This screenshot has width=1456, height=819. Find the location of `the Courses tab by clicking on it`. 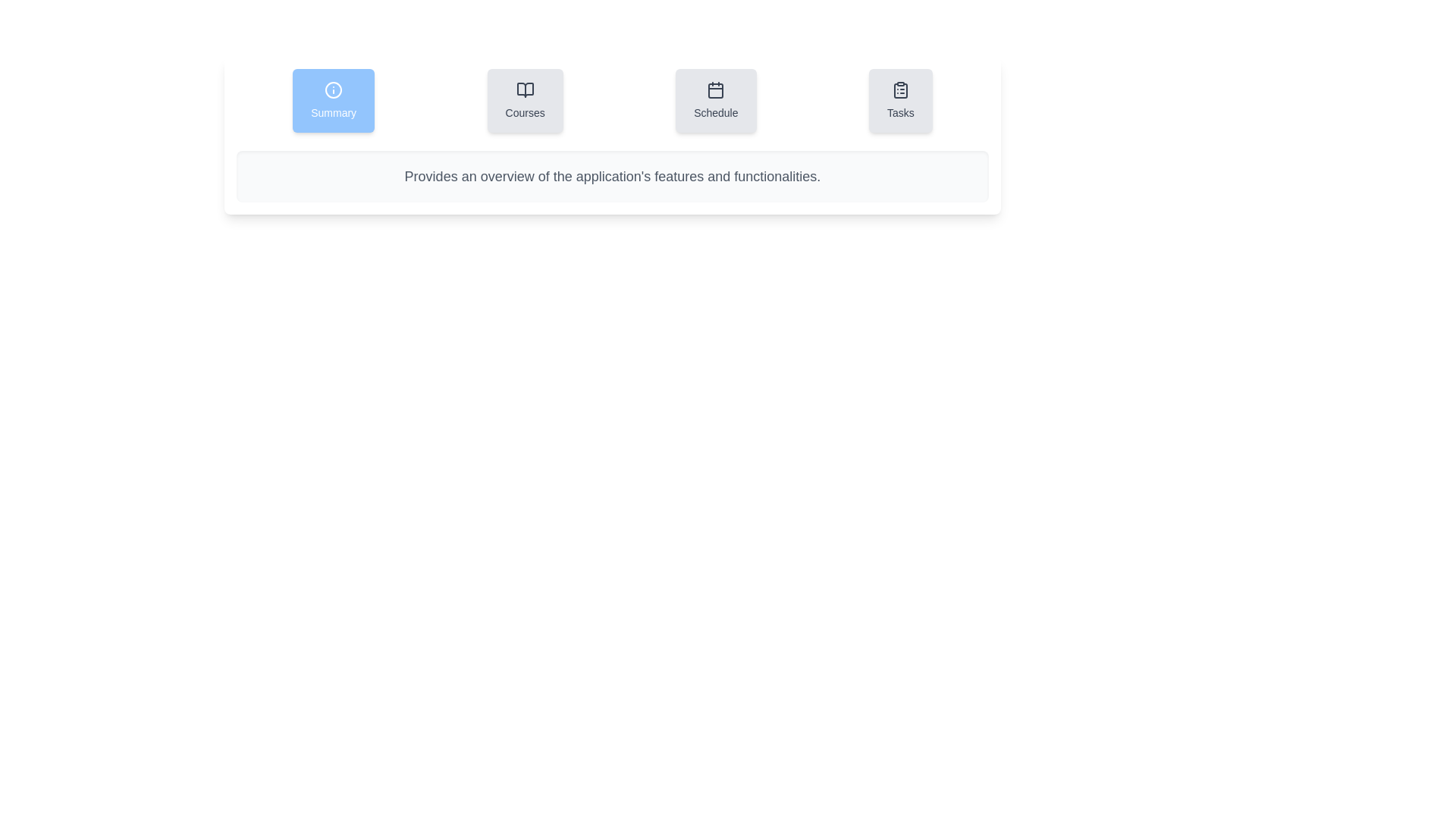

the Courses tab by clicking on it is located at coordinates (525, 100).